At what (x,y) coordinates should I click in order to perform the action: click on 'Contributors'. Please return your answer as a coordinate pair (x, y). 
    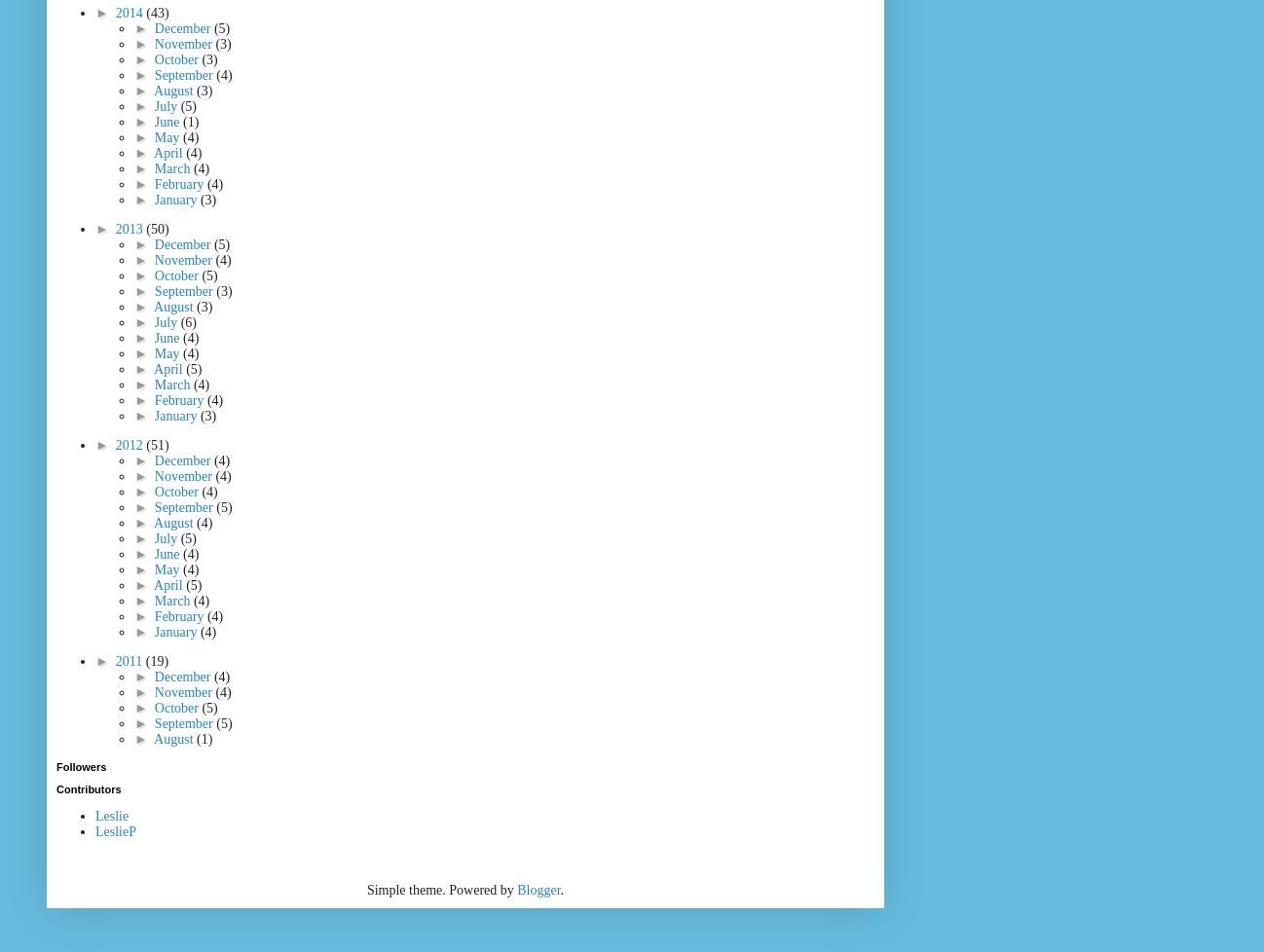
    Looking at the image, I should click on (88, 787).